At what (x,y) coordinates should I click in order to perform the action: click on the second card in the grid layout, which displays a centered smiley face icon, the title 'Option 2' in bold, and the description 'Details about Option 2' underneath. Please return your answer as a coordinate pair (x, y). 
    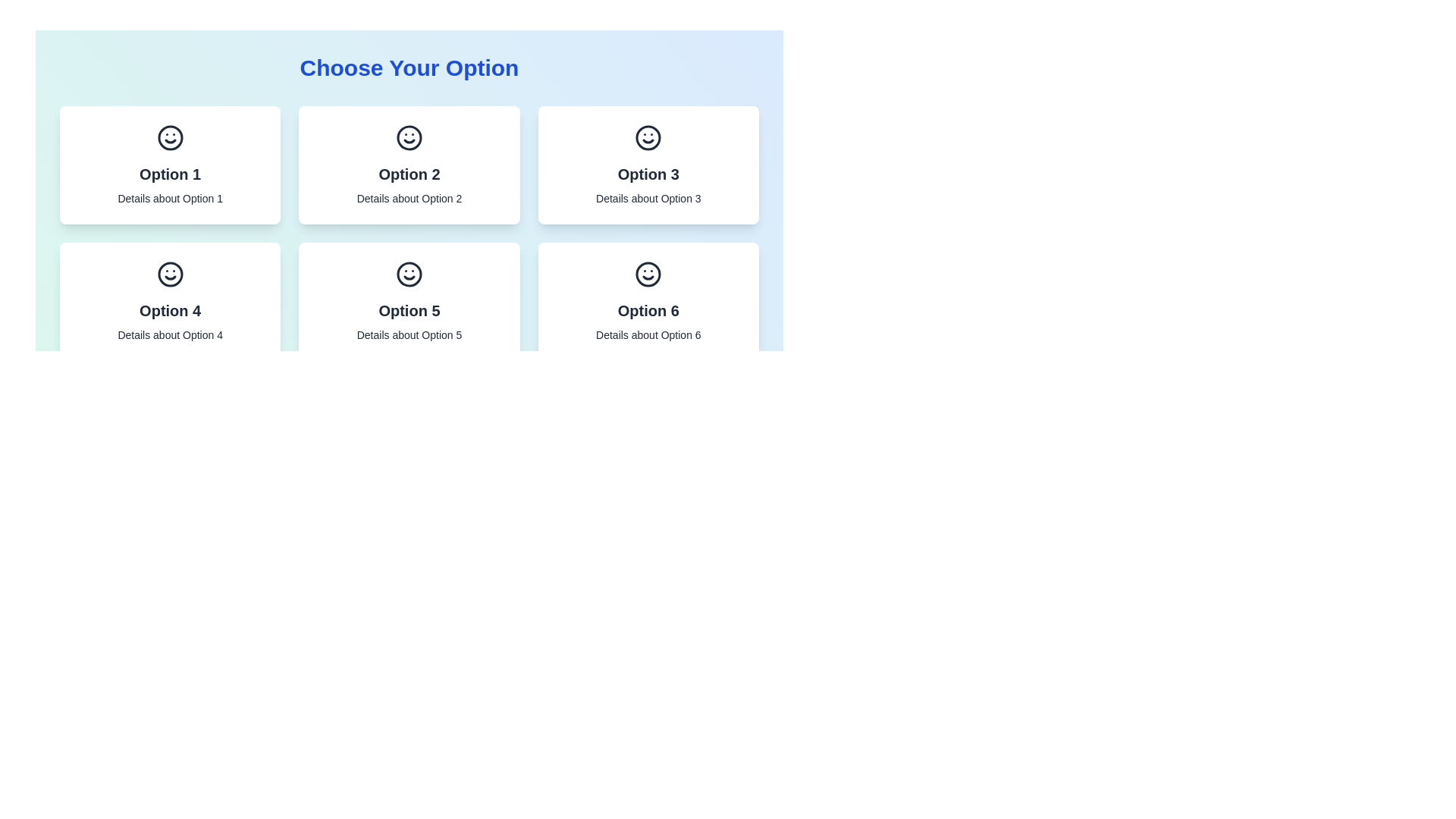
    Looking at the image, I should click on (409, 165).